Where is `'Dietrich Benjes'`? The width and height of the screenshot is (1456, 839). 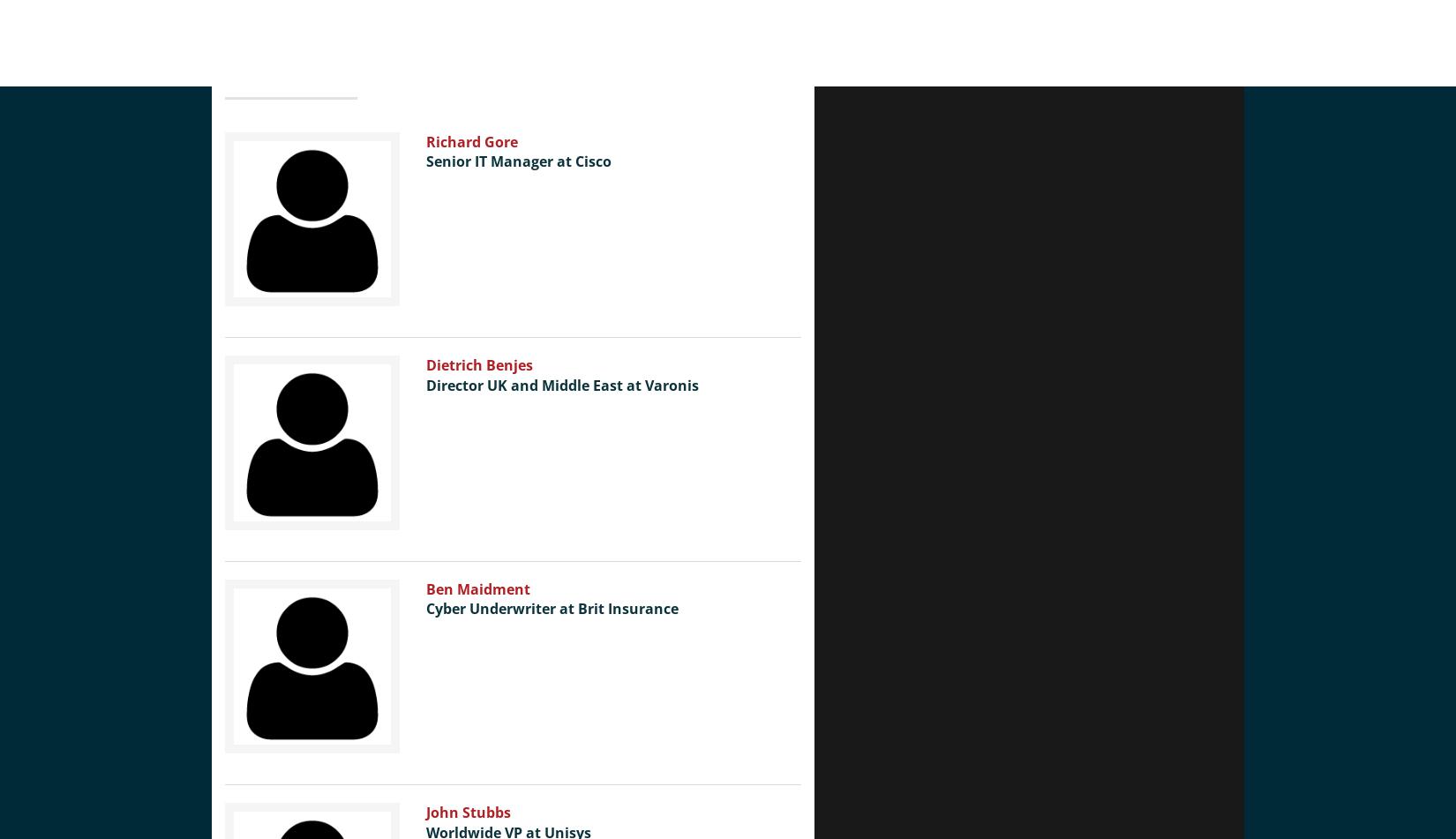
'Dietrich Benjes' is located at coordinates (477, 364).